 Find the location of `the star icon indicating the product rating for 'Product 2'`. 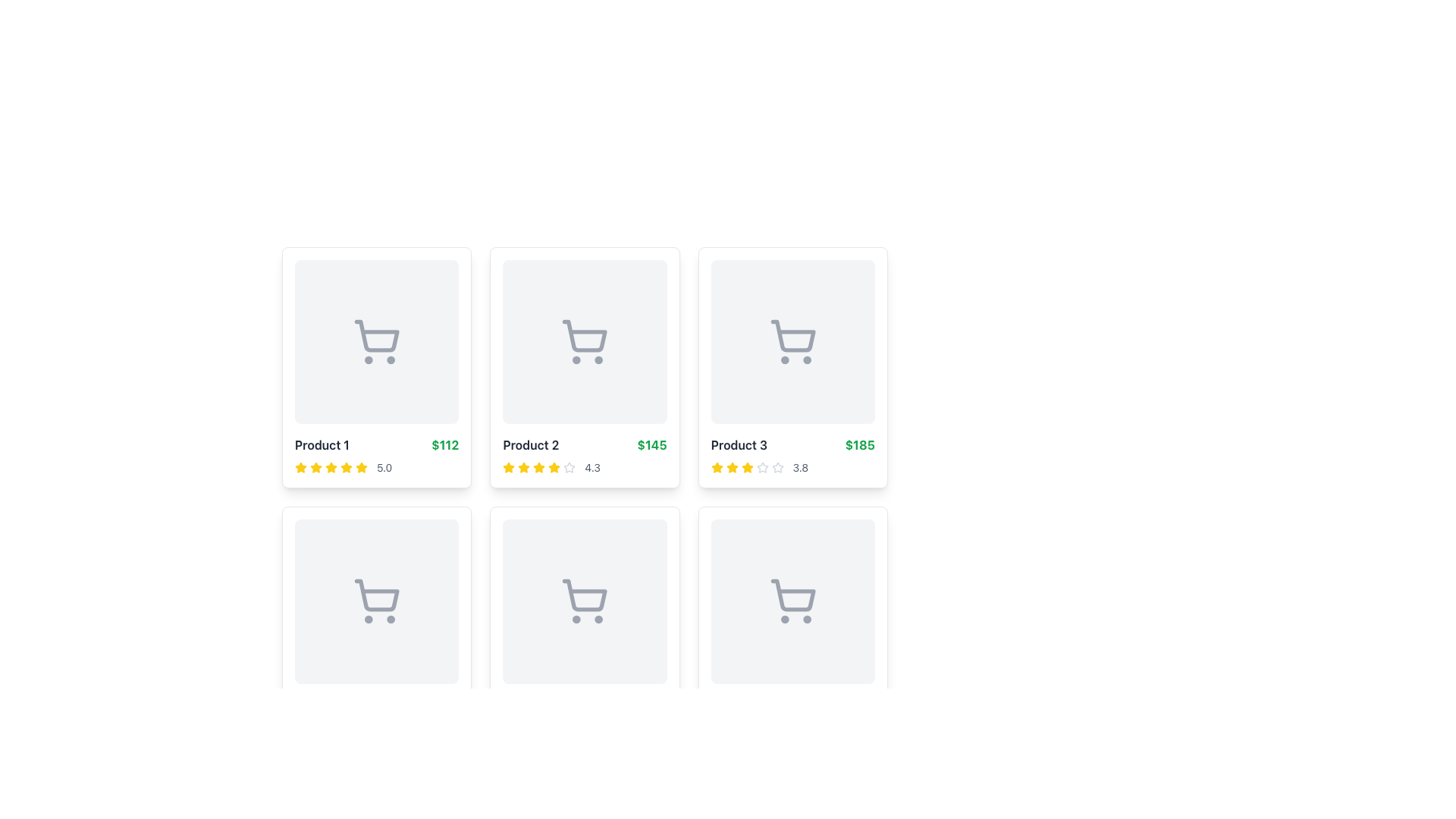

the star icon indicating the product rating for 'Product 2' is located at coordinates (539, 467).